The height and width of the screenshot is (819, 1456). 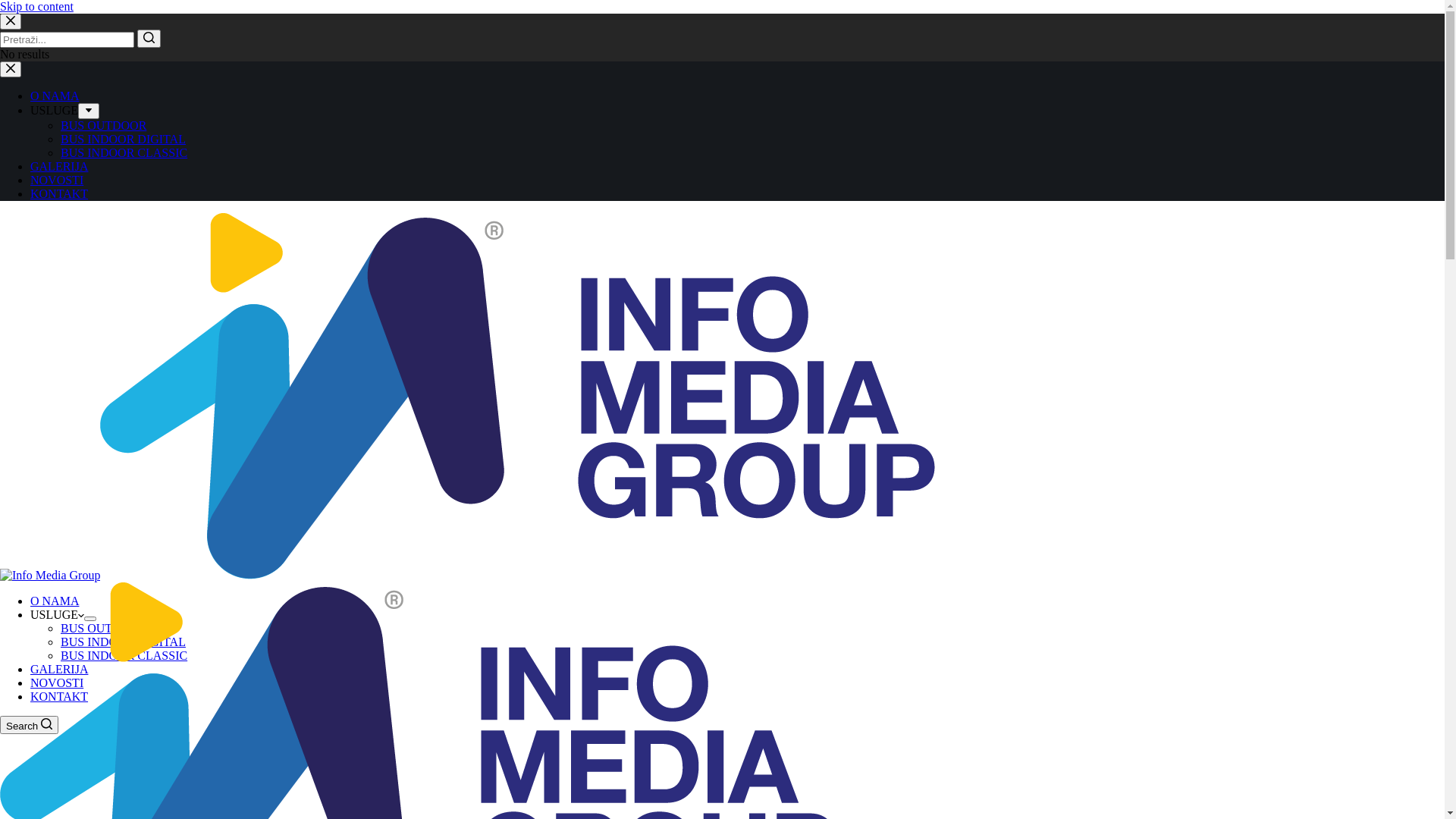 What do you see at coordinates (55, 600) in the screenshot?
I see `'O NAMA'` at bounding box center [55, 600].